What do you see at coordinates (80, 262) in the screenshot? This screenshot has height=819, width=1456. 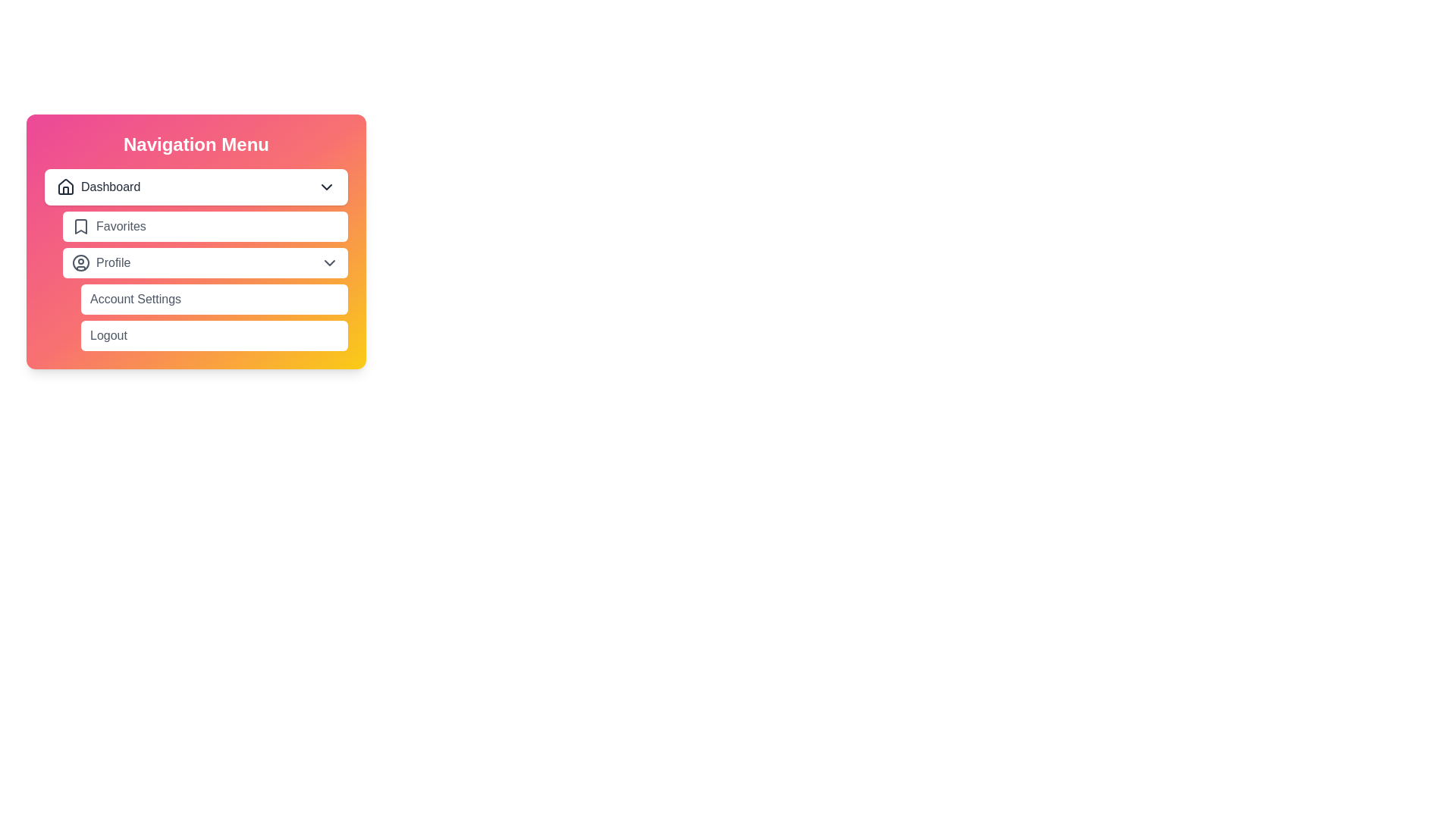 I see `the user profile icon, which is a circular outline with a smaller filled circle inside, located to the left of the text 'Profile' in the third row of the navigation menu` at bounding box center [80, 262].